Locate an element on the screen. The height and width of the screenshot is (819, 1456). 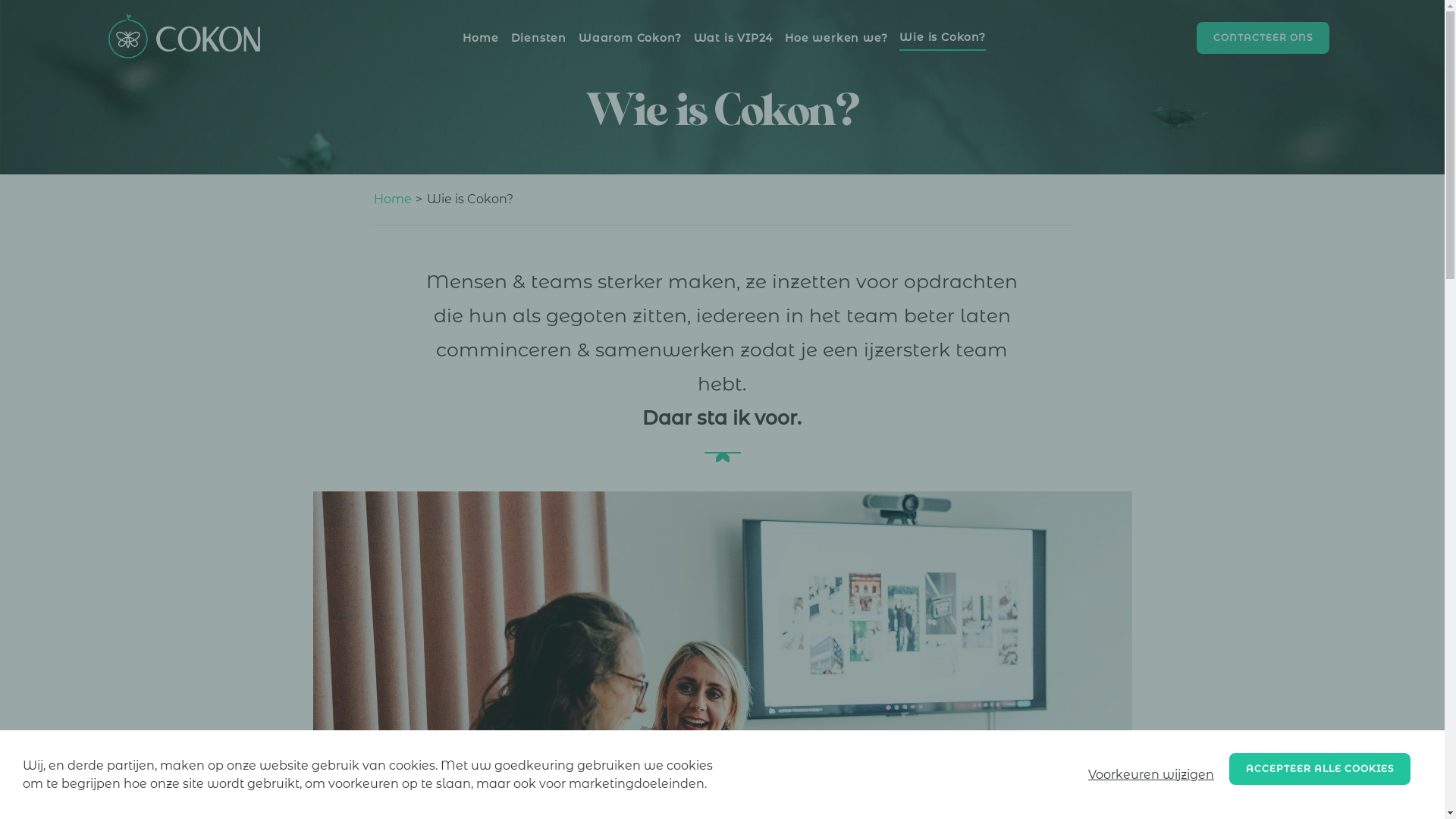
'CONTACTEER ONS' is located at coordinates (1263, 37).